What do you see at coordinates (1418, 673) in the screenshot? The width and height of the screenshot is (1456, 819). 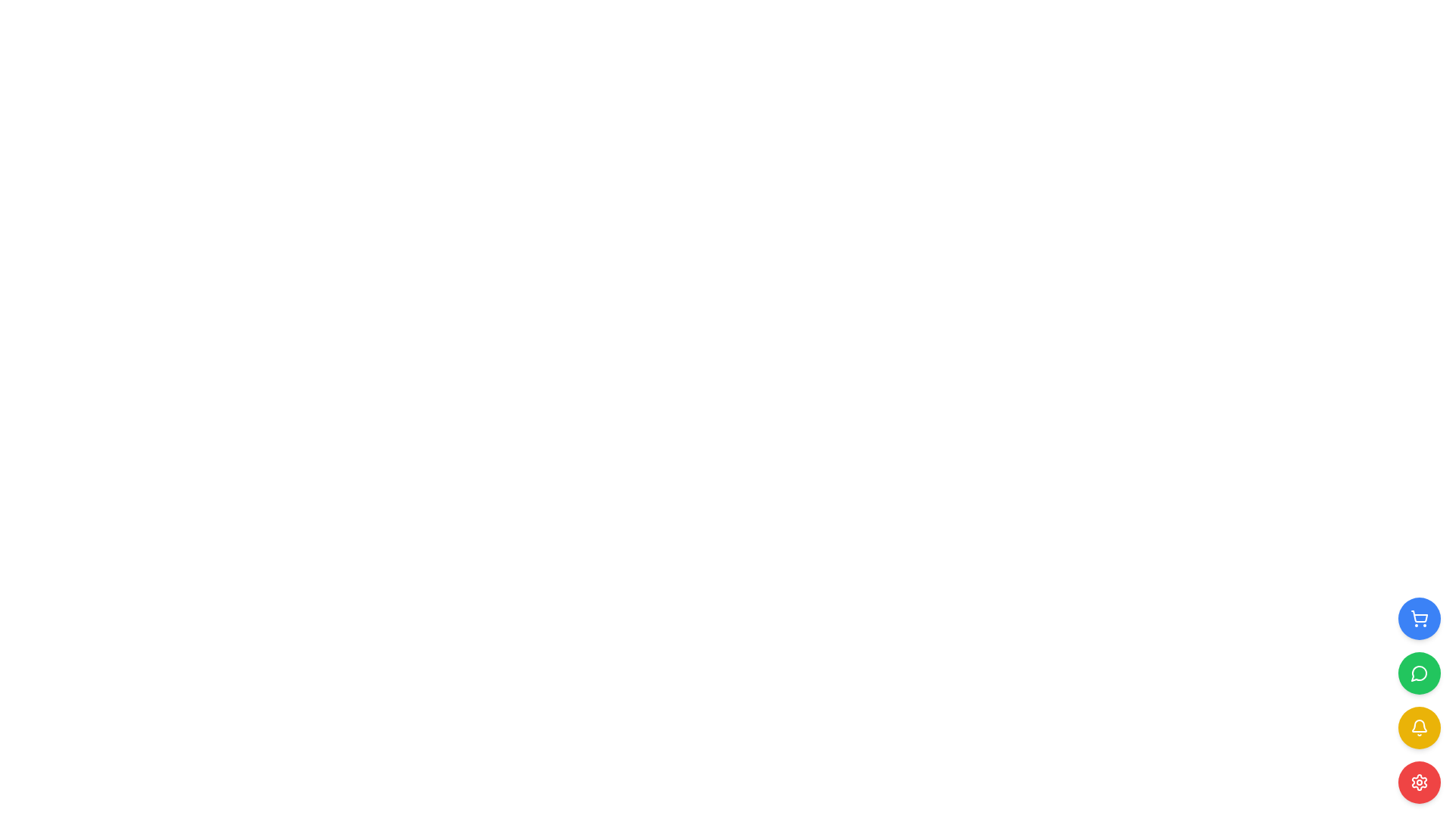 I see `the chat icon button, which is the second button from the top in the vertical button cluster` at bounding box center [1418, 673].